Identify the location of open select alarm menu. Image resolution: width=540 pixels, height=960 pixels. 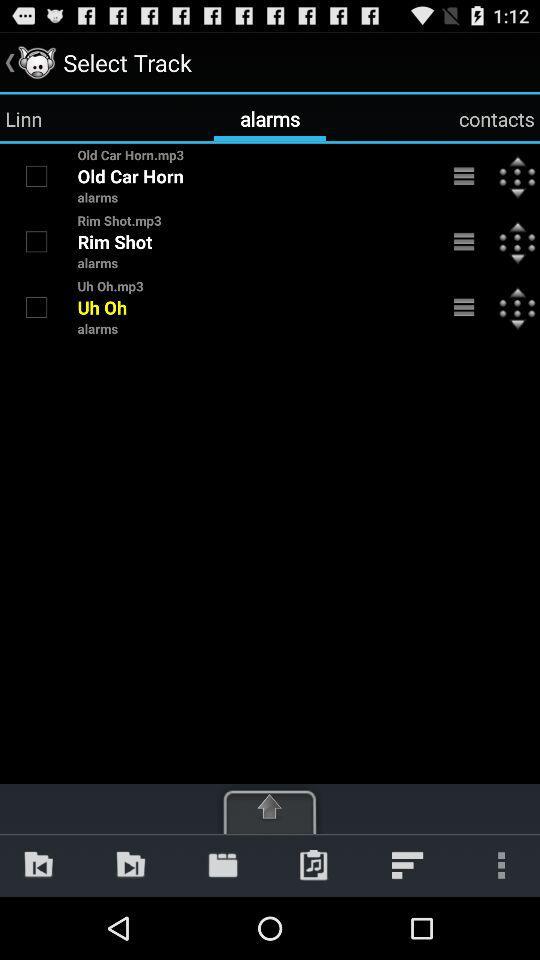
(464, 240).